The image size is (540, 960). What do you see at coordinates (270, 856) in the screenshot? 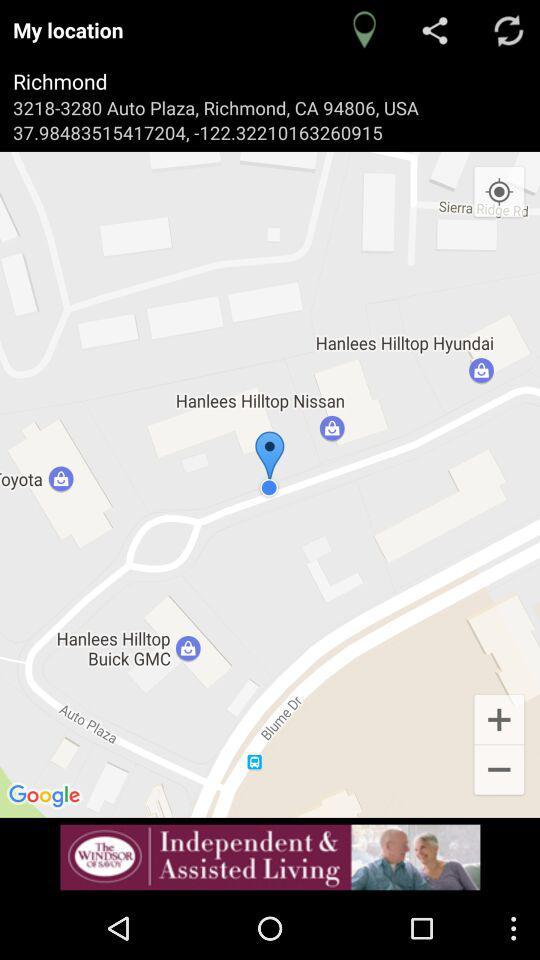
I see `click advertisement` at bounding box center [270, 856].